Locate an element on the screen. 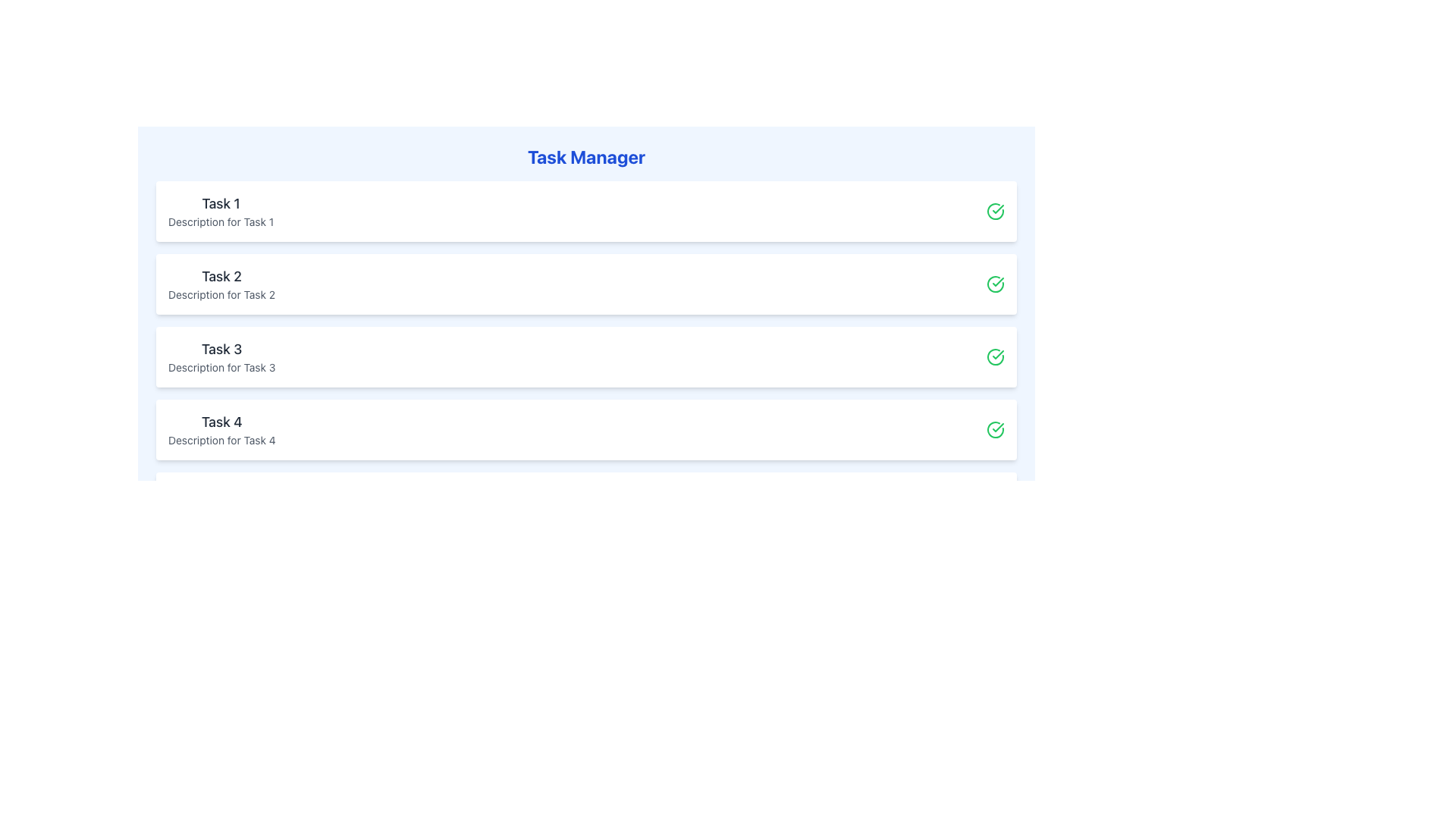 This screenshot has height=819, width=1456. the title text label of the third task in the list, which is positioned at the top of the corresponding task card is located at coordinates (221, 350).